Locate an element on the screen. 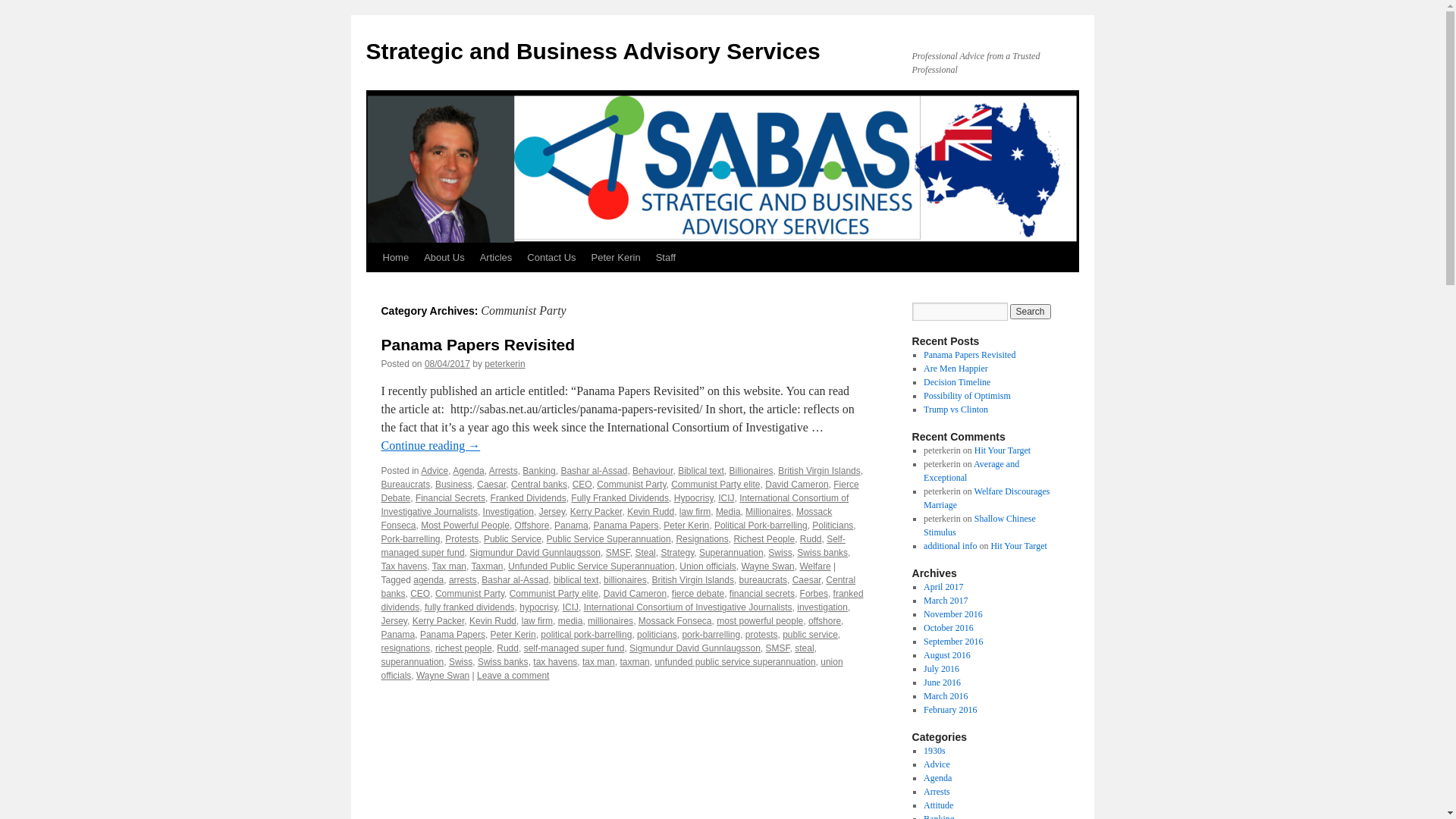 This screenshot has height=819, width=1456. 'richest people' is located at coordinates (435, 648).